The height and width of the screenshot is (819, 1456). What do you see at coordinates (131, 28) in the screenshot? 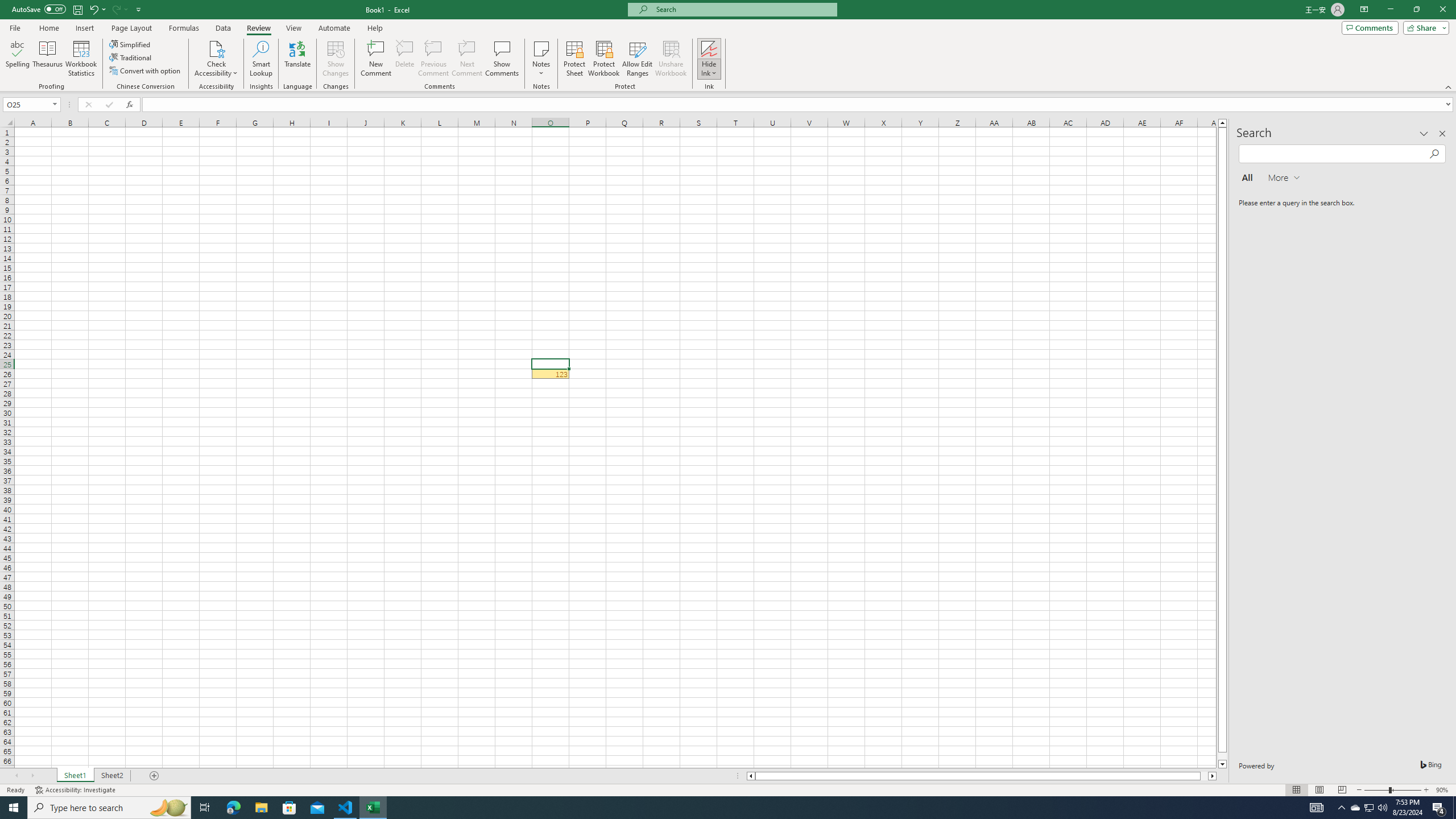
I see `'Page Layout'` at bounding box center [131, 28].